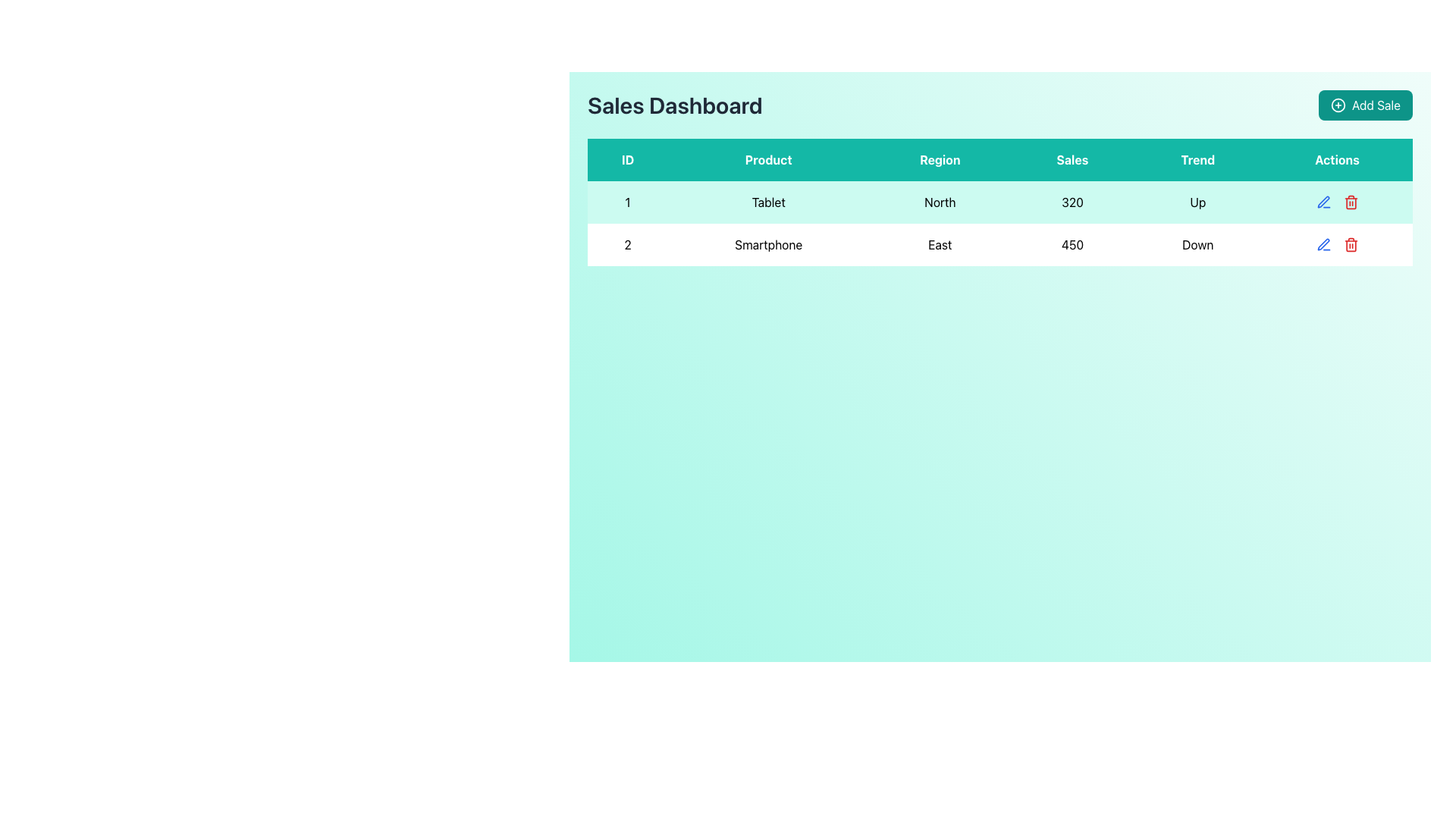 The image size is (1456, 819). I want to click on the 'Product' column header in the data table, which is the second column header located between 'ID' and 'Region', so click(768, 160).